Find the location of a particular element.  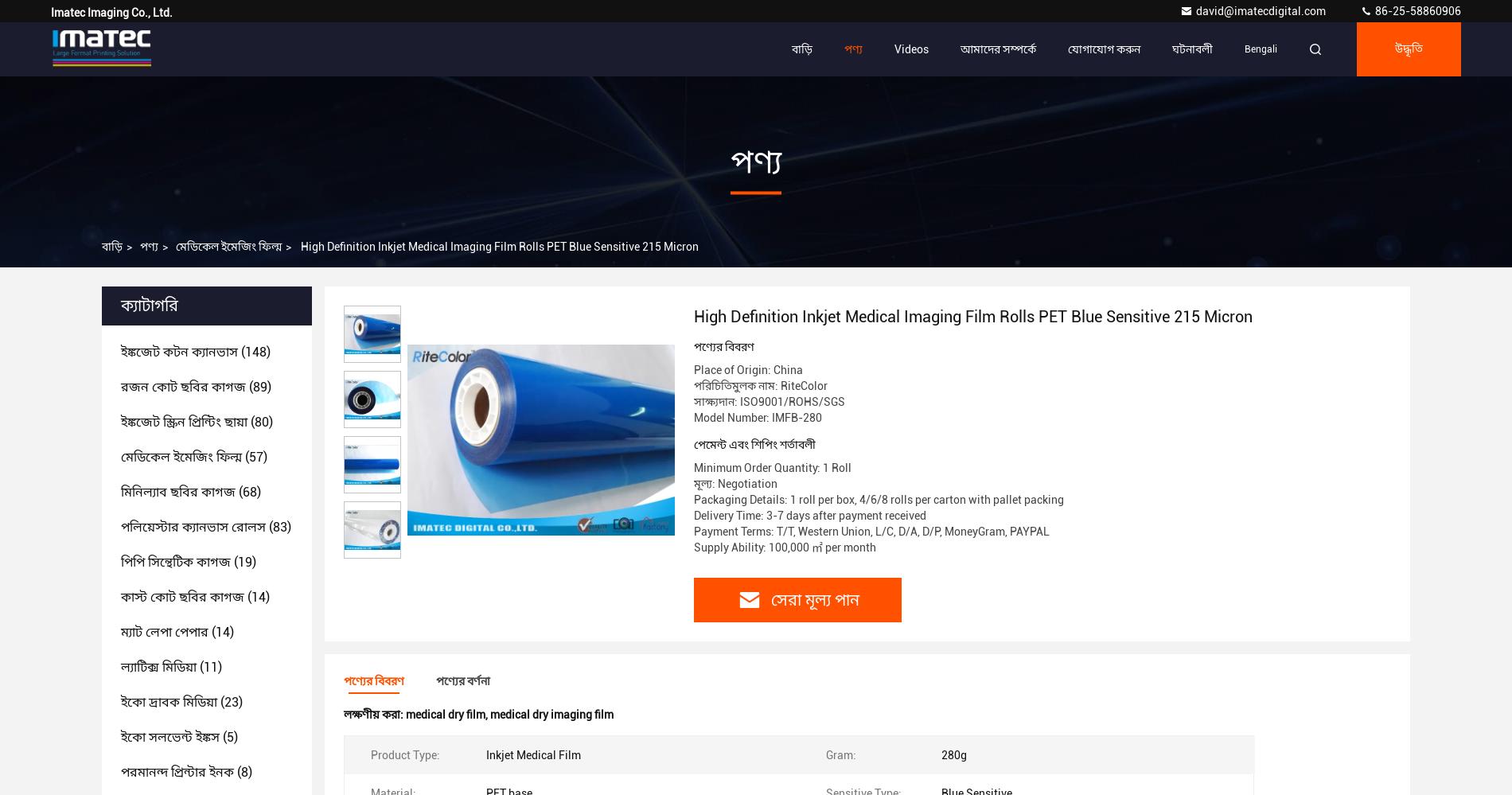

'(5)' is located at coordinates (228, 737).